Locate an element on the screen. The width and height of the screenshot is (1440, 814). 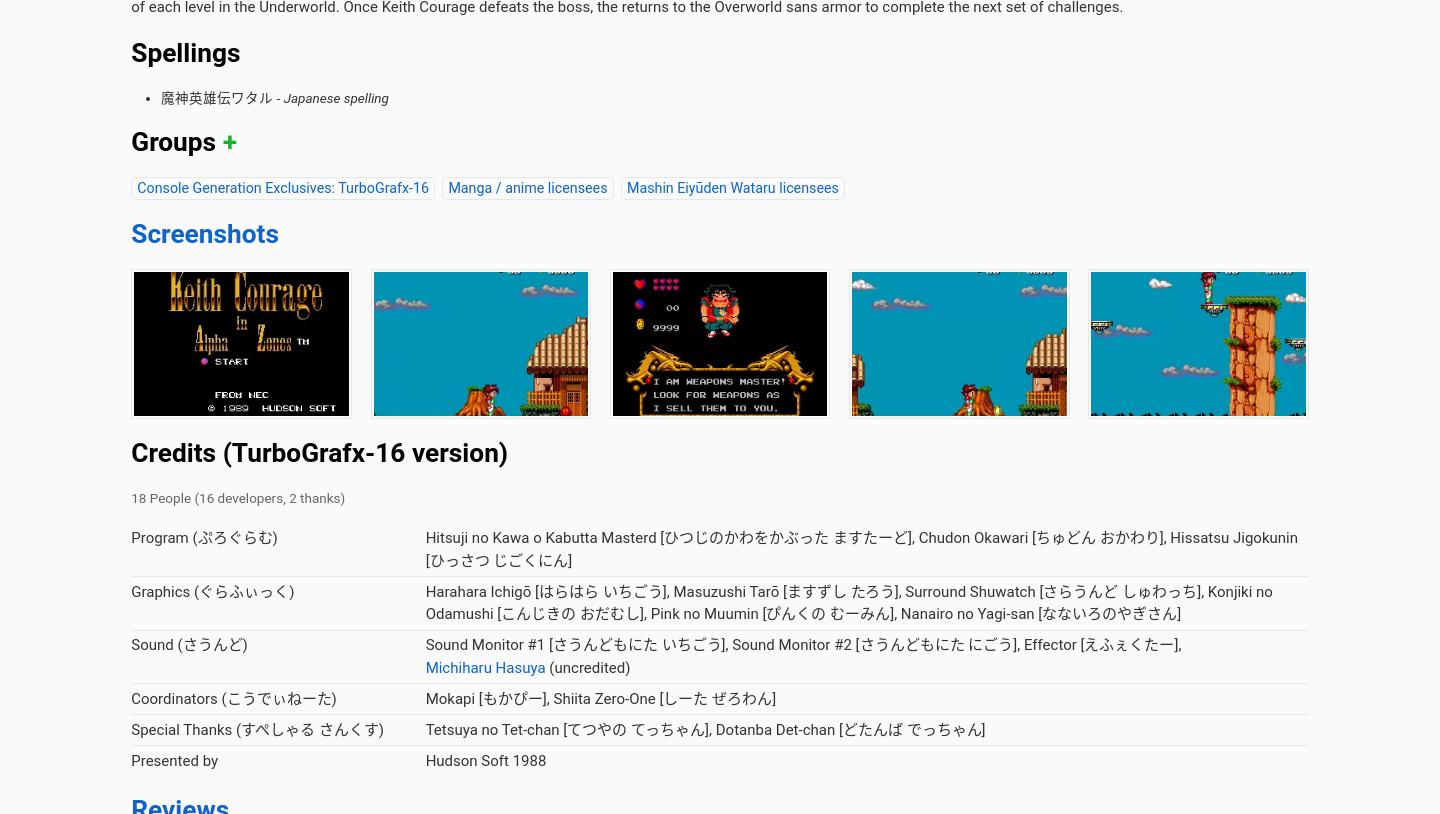
'Shoddyan' is located at coordinates (465, 274).